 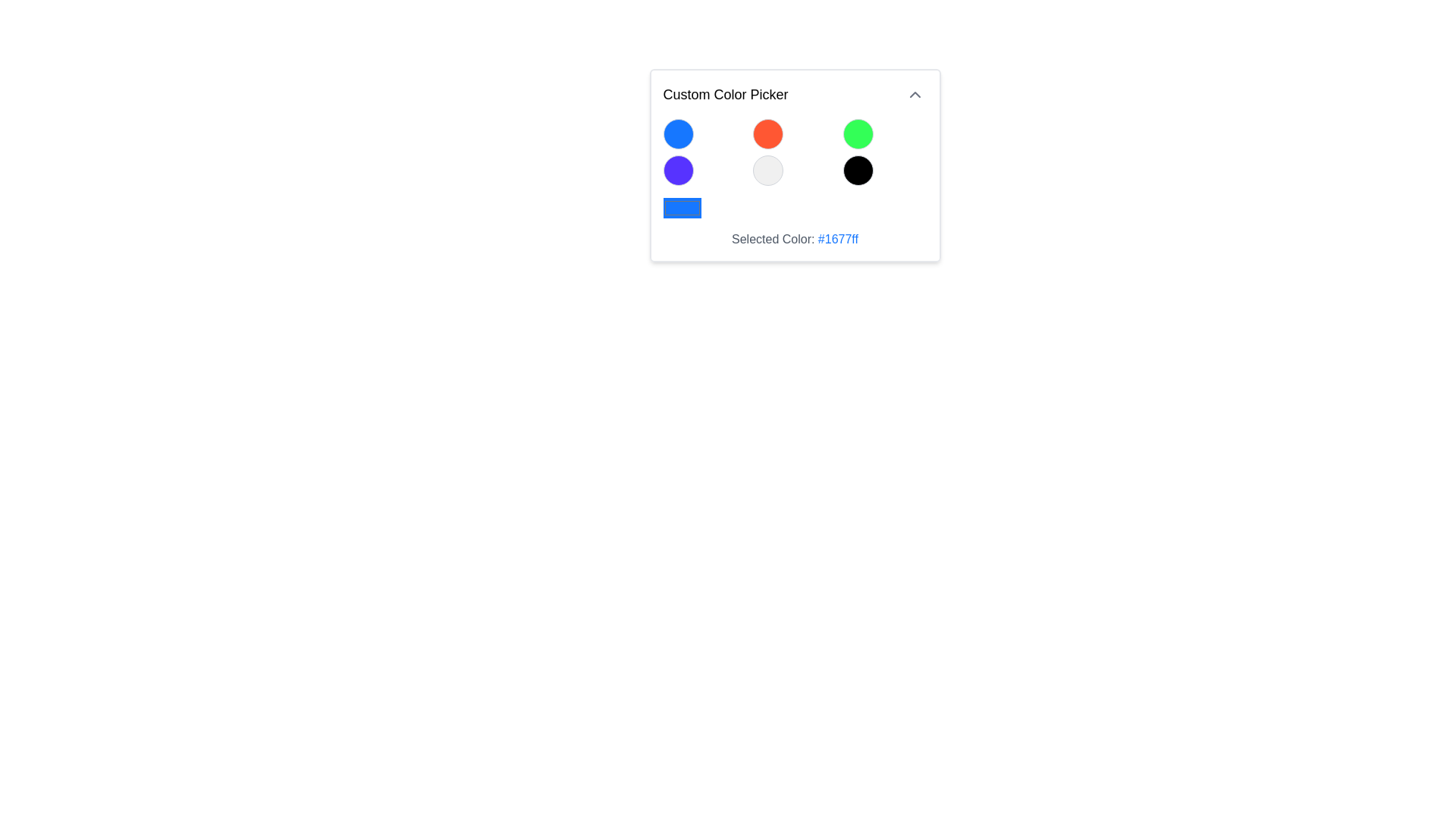 I want to click on the third button in the second row of the color selection grid labeled 'Custom Color Picker', so click(x=858, y=170).